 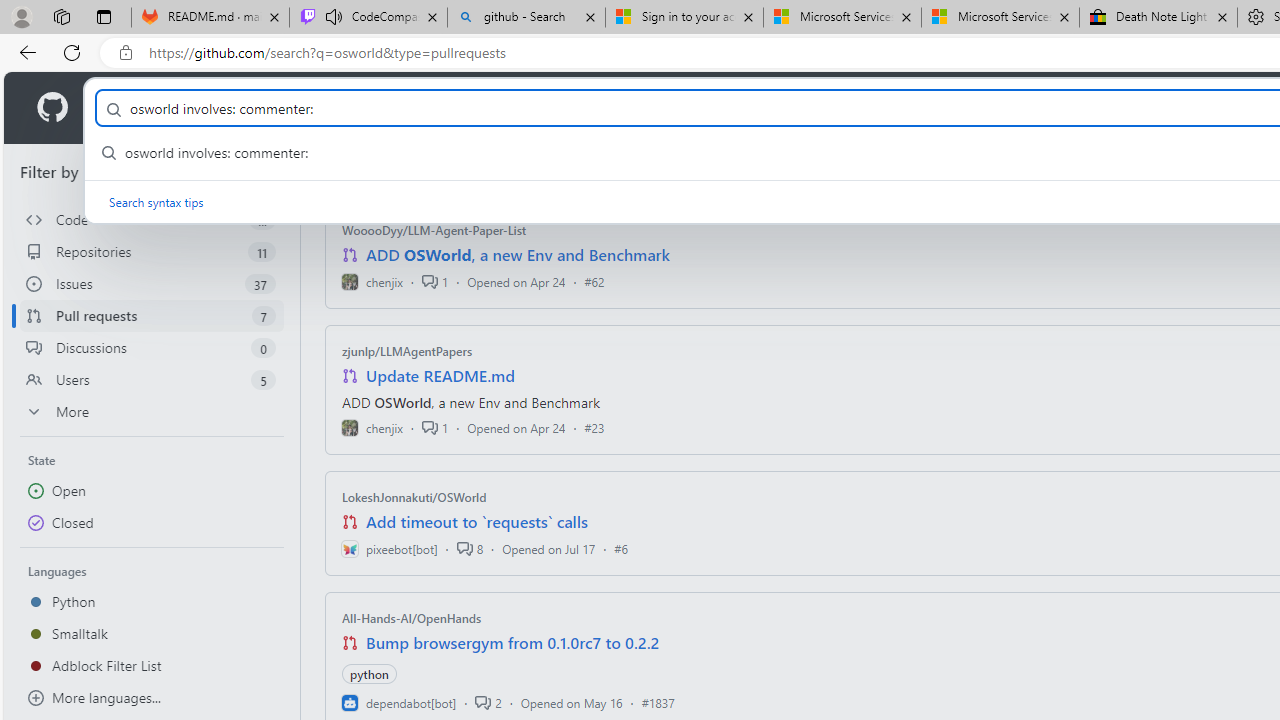 What do you see at coordinates (389, 548) in the screenshot?
I see `'pixeebot[bot]'` at bounding box center [389, 548].